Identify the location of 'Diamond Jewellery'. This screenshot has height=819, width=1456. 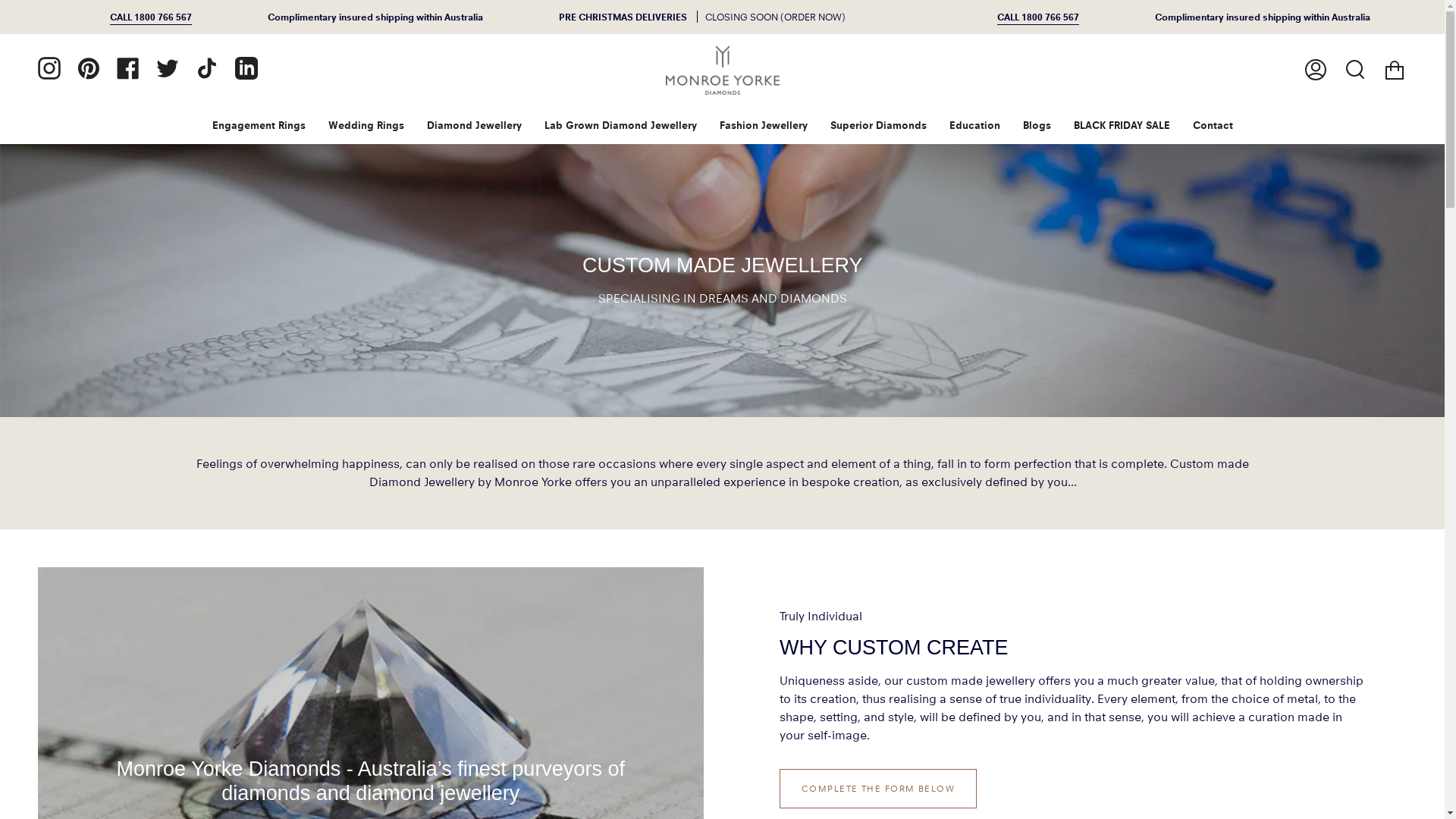
(415, 124).